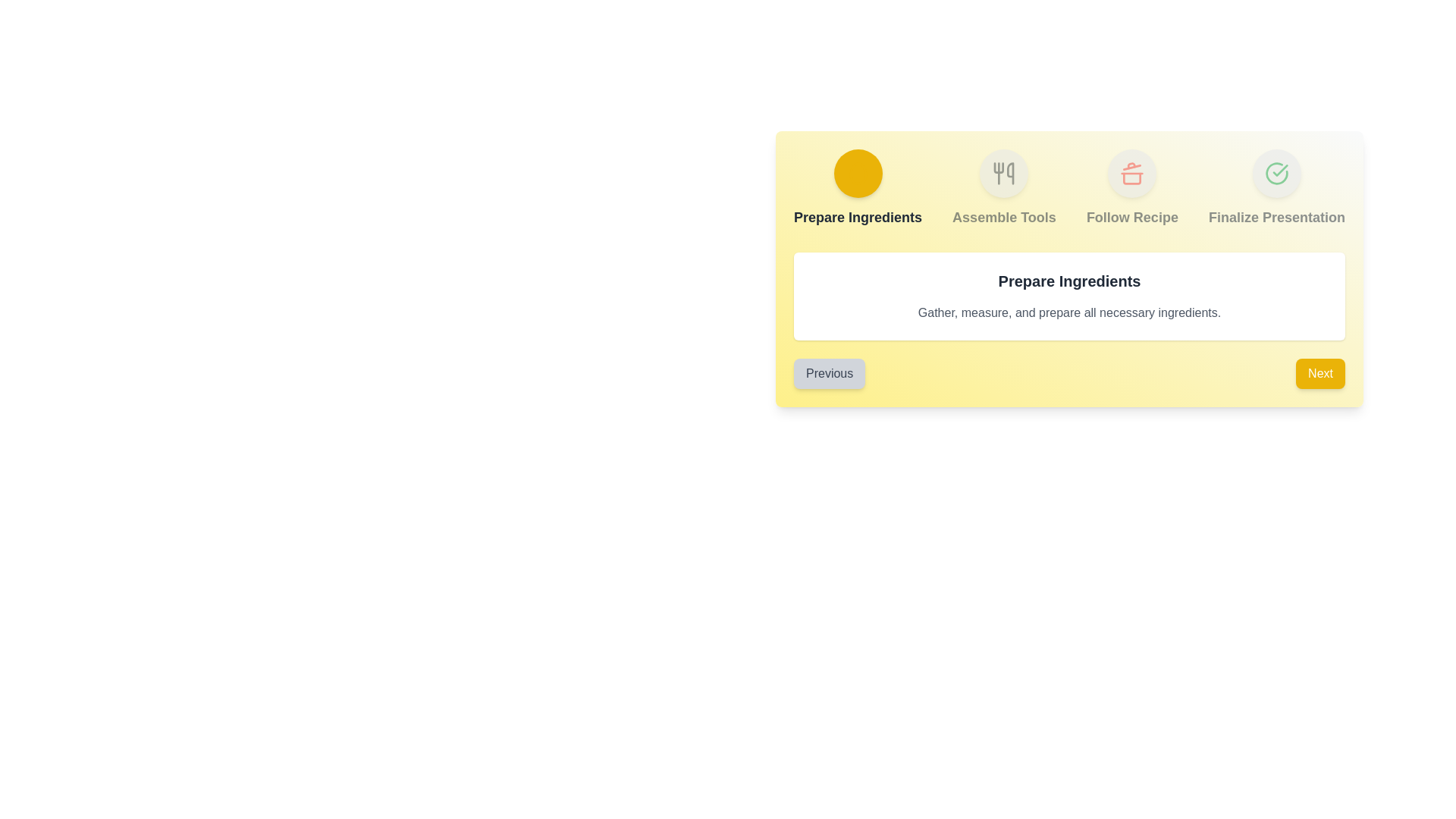 This screenshot has width=1456, height=819. What do you see at coordinates (1132, 217) in the screenshot?
I see `text label indicating the step 'Follow Recipe', which is positioned under the cooking pot icon in the multi-step guide interface` at bounding box center [1132, 217].